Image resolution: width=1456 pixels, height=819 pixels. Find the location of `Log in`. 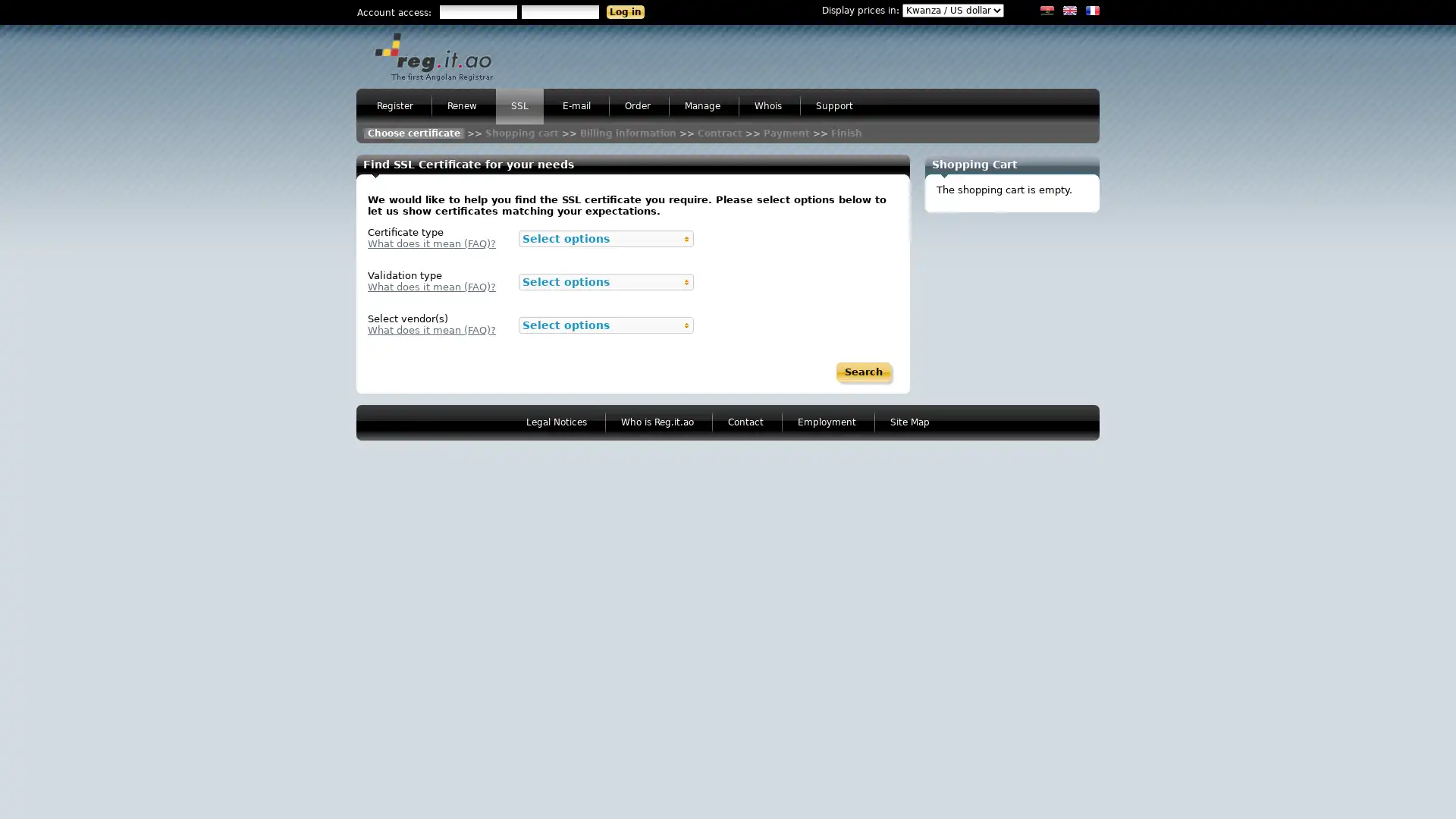

Log in is located at coordinates (626, 11).